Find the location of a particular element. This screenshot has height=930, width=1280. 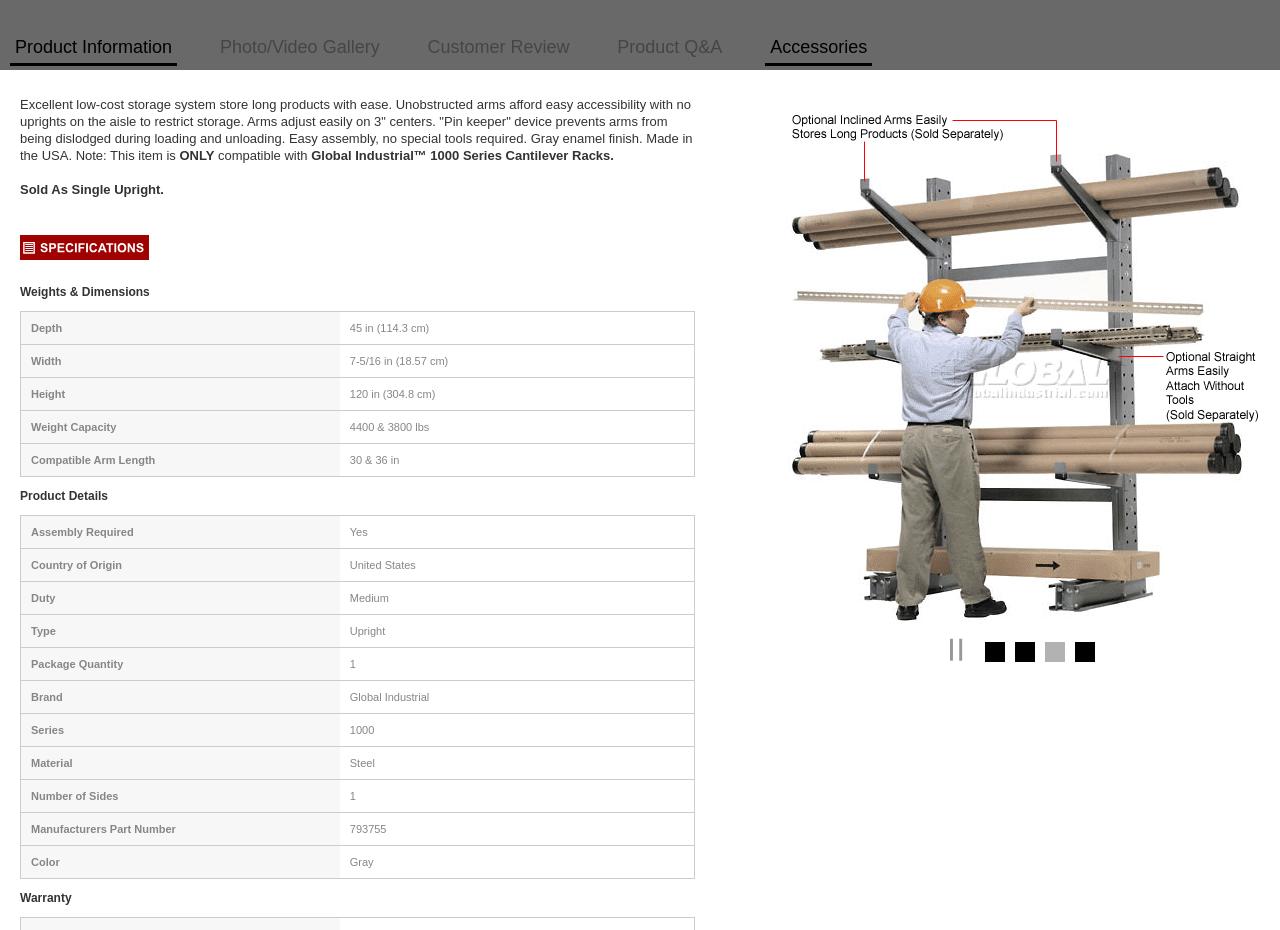

'Warranty' is located at coordinates (45, 898).